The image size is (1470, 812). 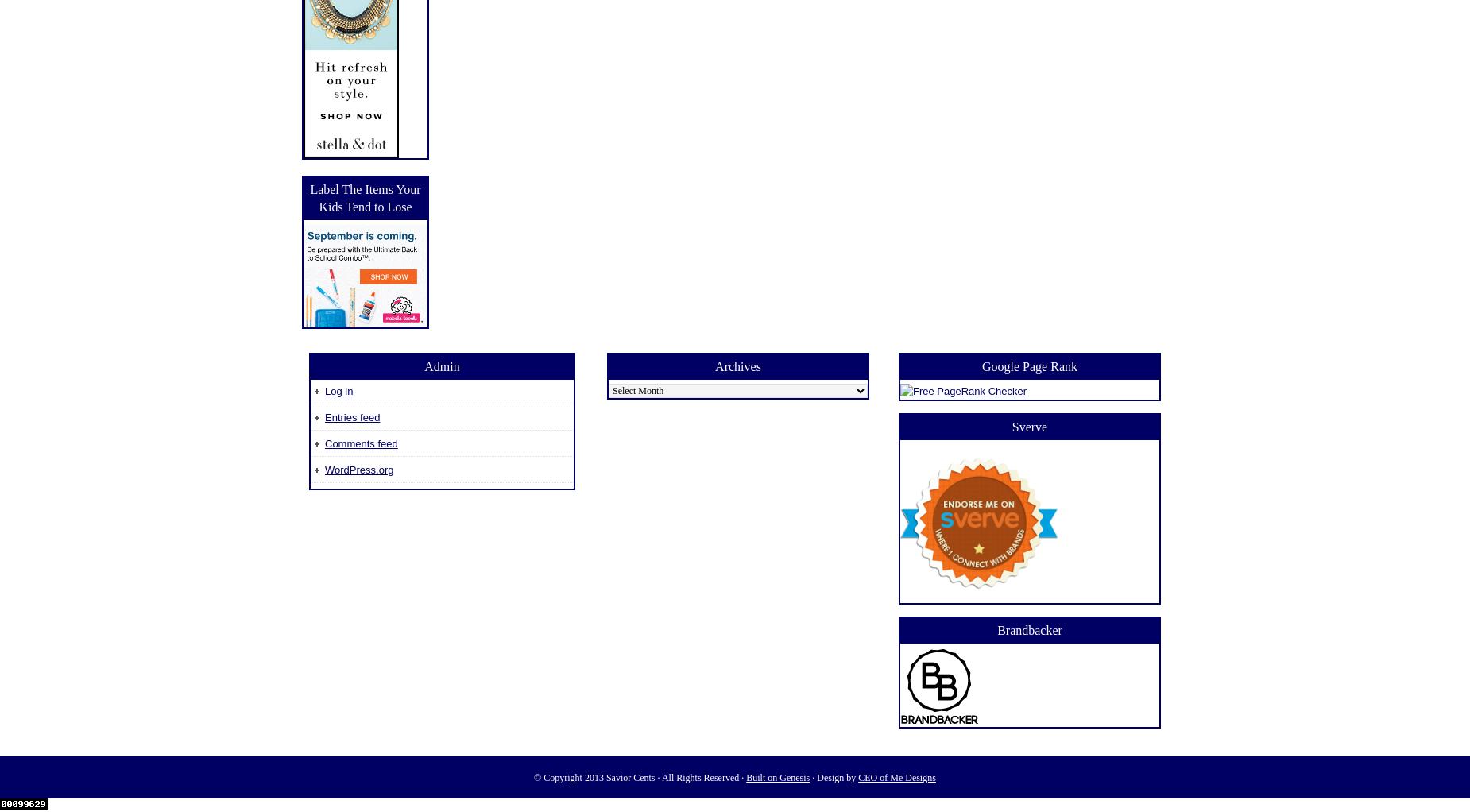 What do you see at coordinates (715, 365) in the screenshot?
I see `'Archives'` at bounding box center [715, 365].